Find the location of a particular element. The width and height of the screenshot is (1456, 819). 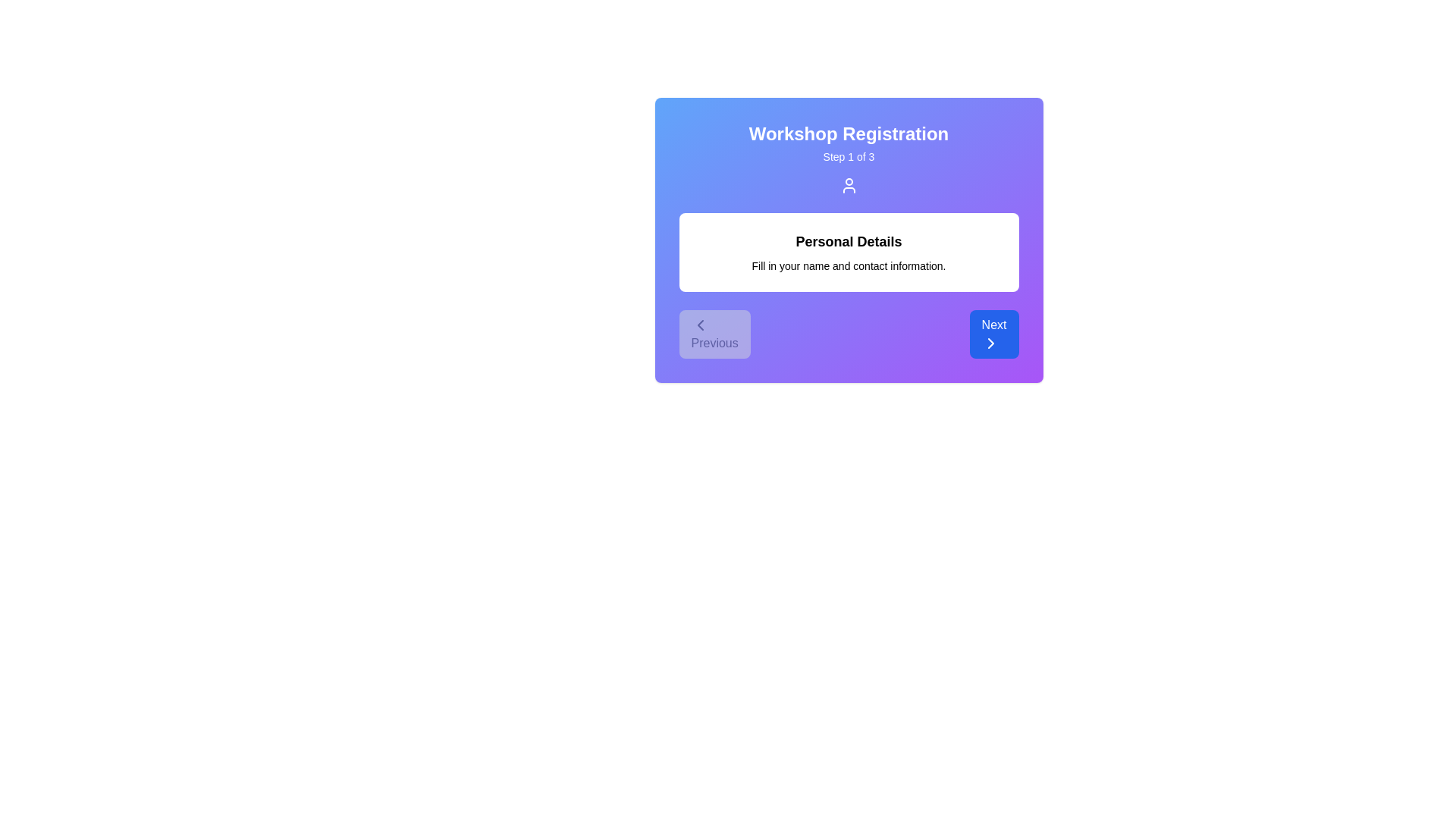

the decorative or informative icon located below 'Workshop Registration' and 'Step 1 of 3', and above 'Personal Details' is located at coordinates (848, 185).